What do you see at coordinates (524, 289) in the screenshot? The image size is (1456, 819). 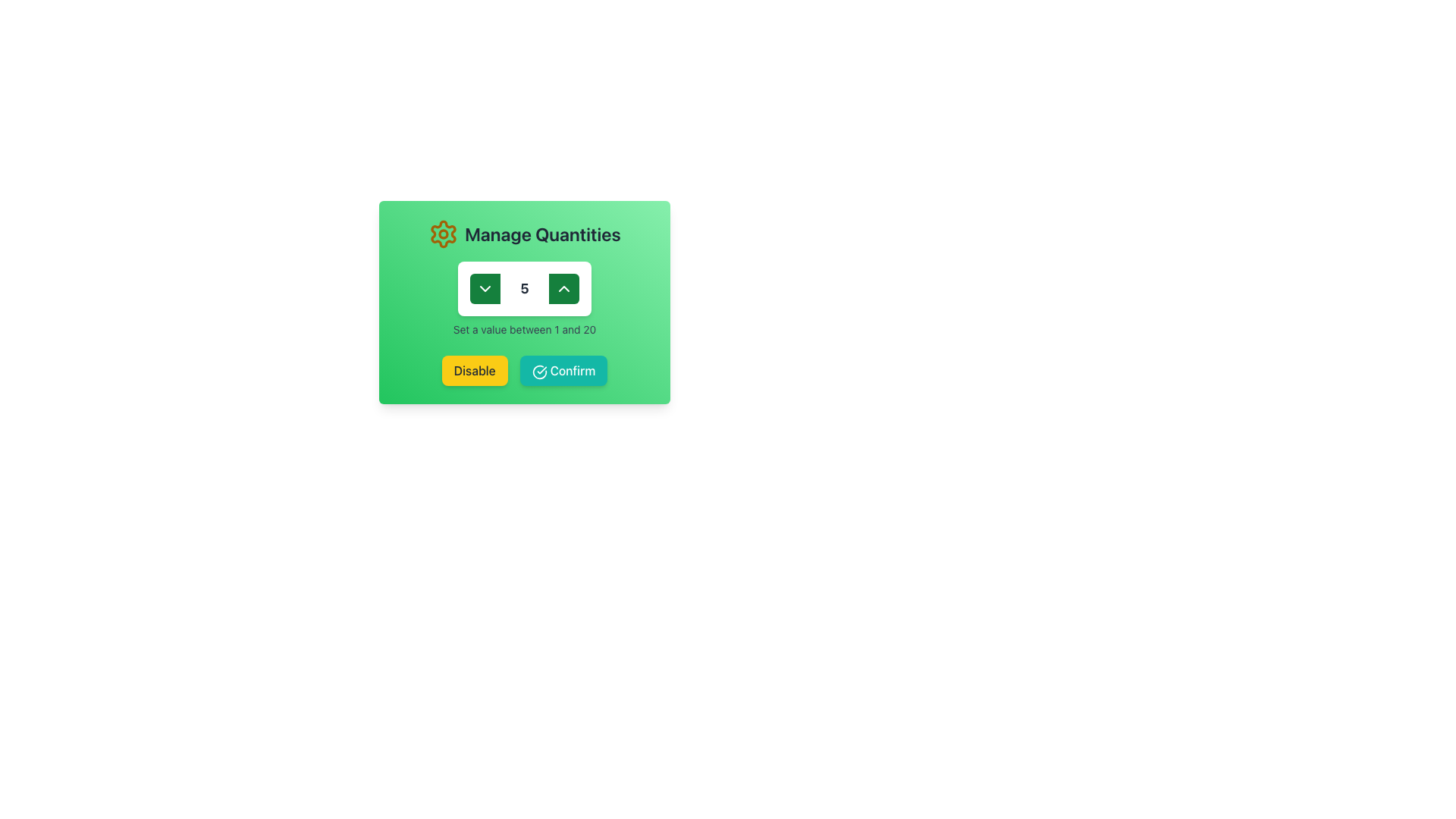 I see `the numeric text input field displaying the value '5', which has a white background, bold black centered text, and a gray border` at bounding box center [524, 289].